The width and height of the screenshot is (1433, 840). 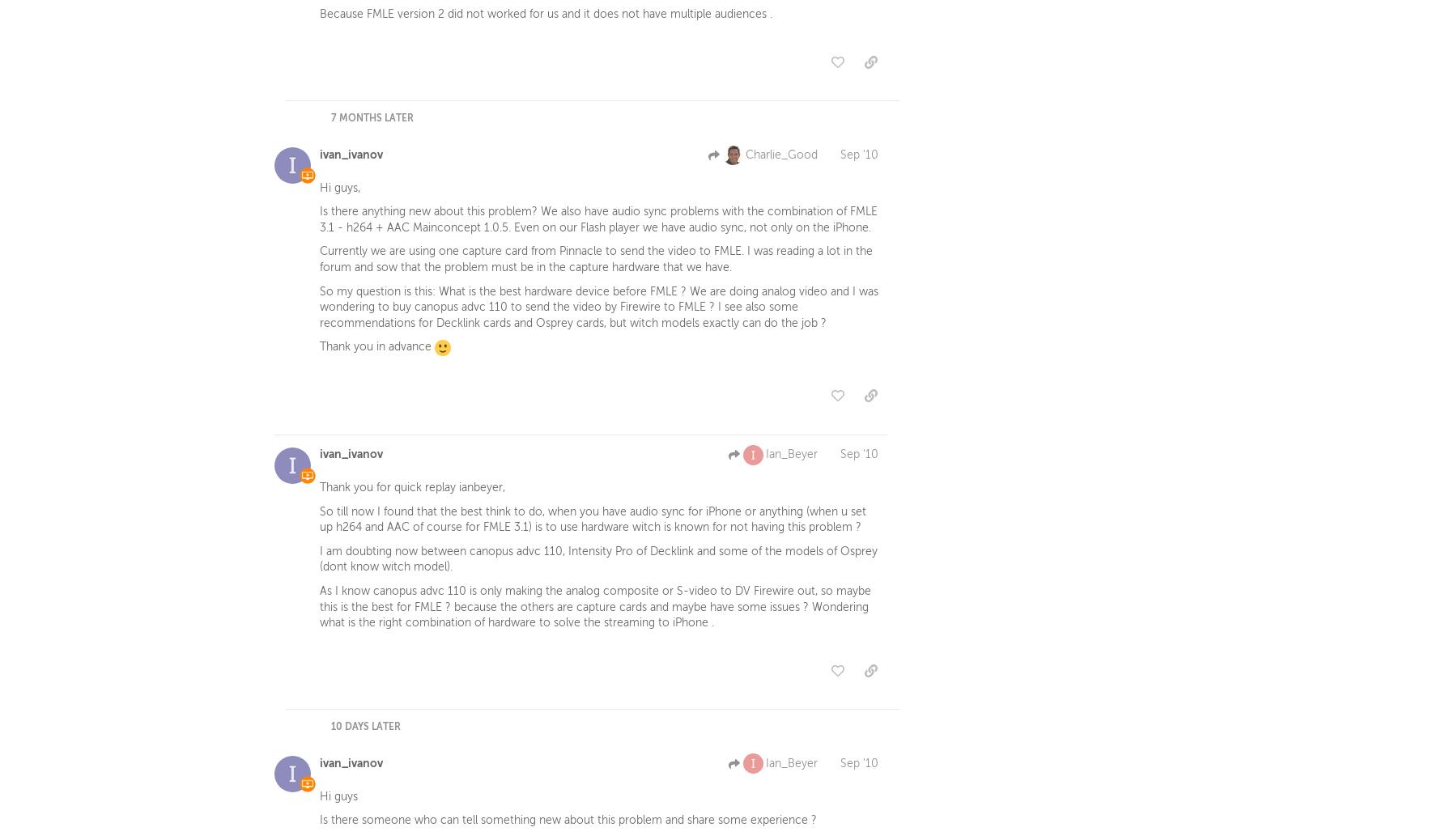 I want to click on 'Because FMLE version 2 did not worked for us and it does not have multiple audiences .', so click(x=545, y=17).